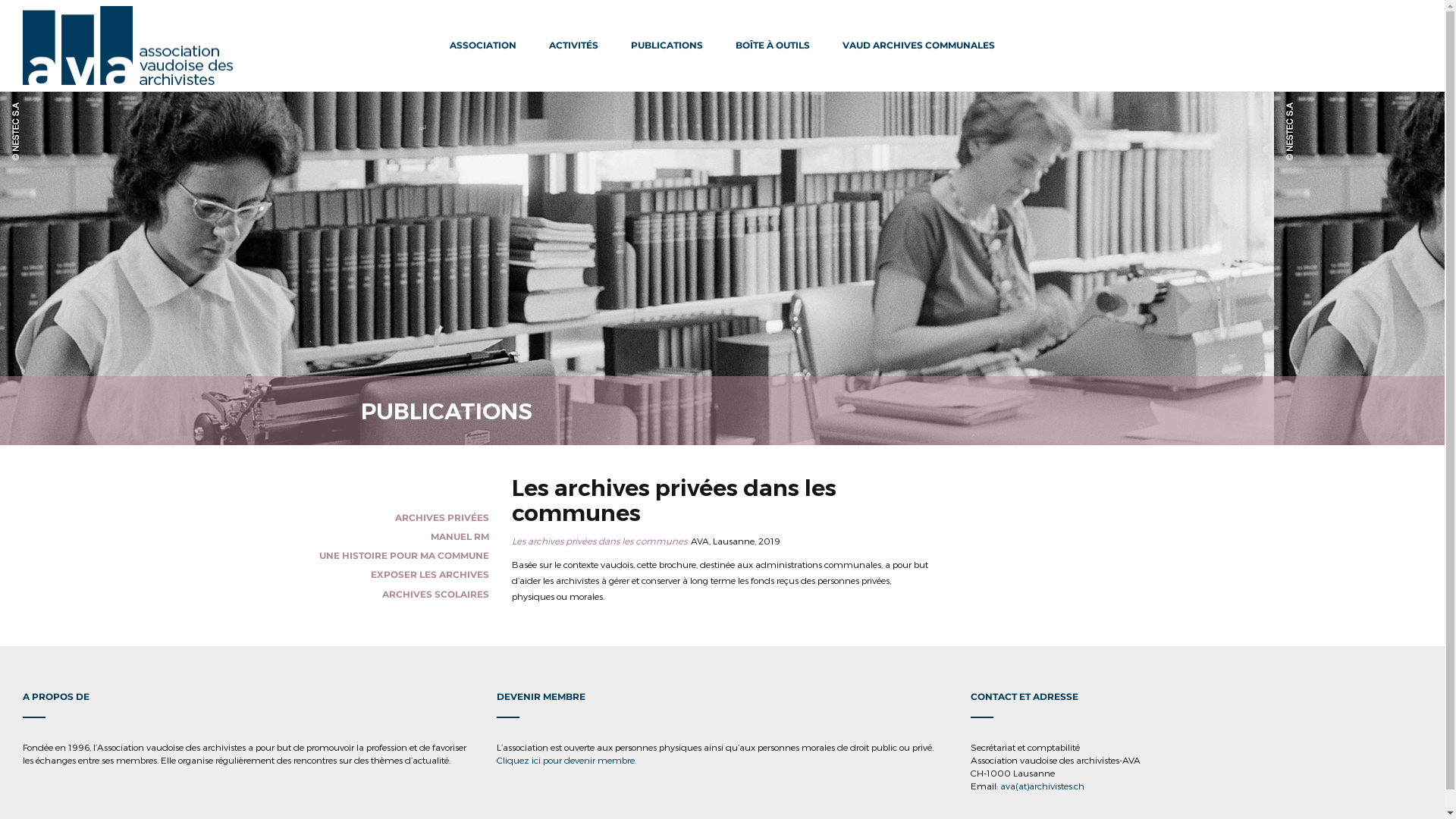 This screenshot has height=819, width=1456. I want to click on 'MANUEL RM', so click(459, 535).